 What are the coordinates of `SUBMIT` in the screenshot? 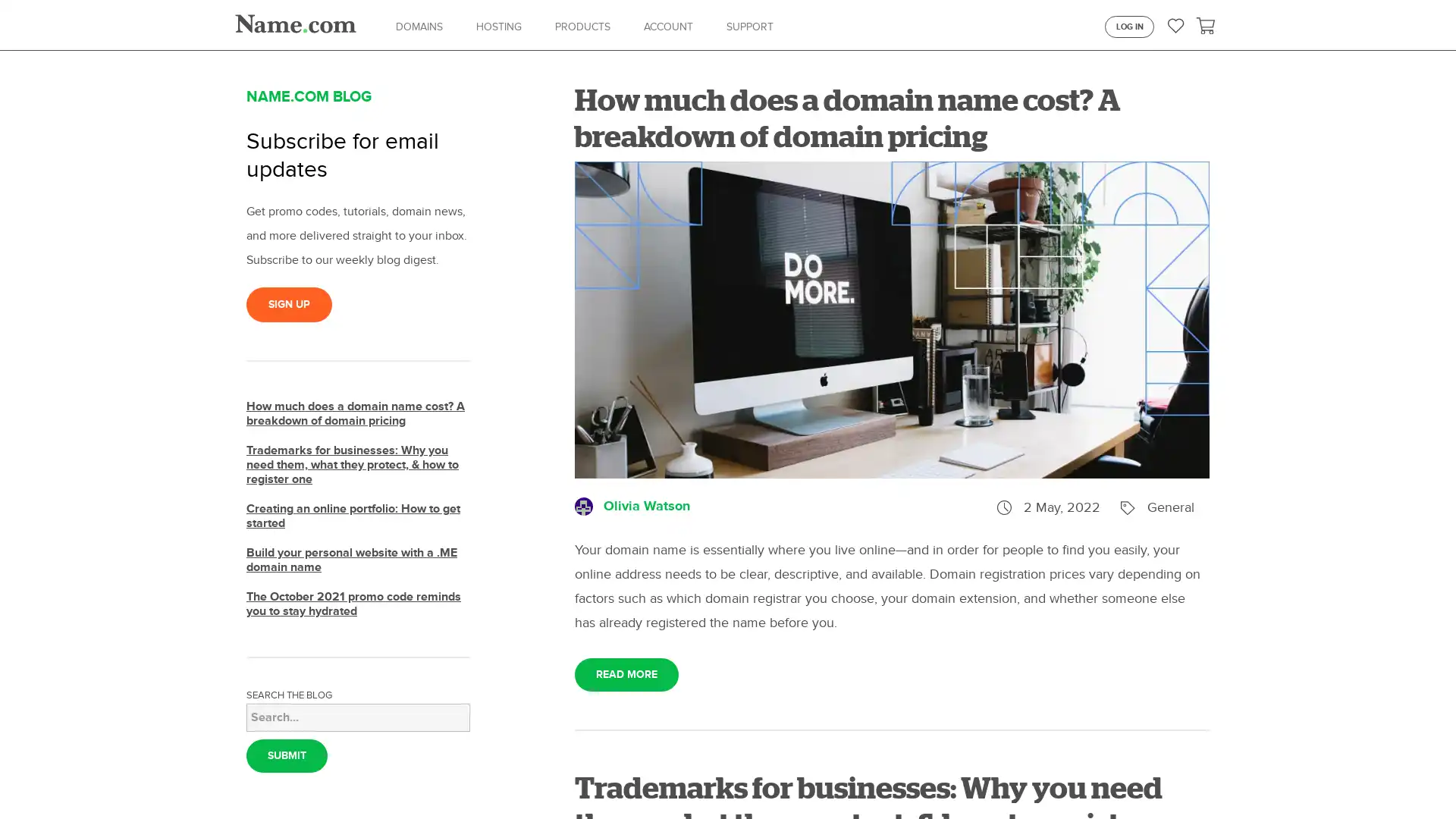 It's located at (287, 755).